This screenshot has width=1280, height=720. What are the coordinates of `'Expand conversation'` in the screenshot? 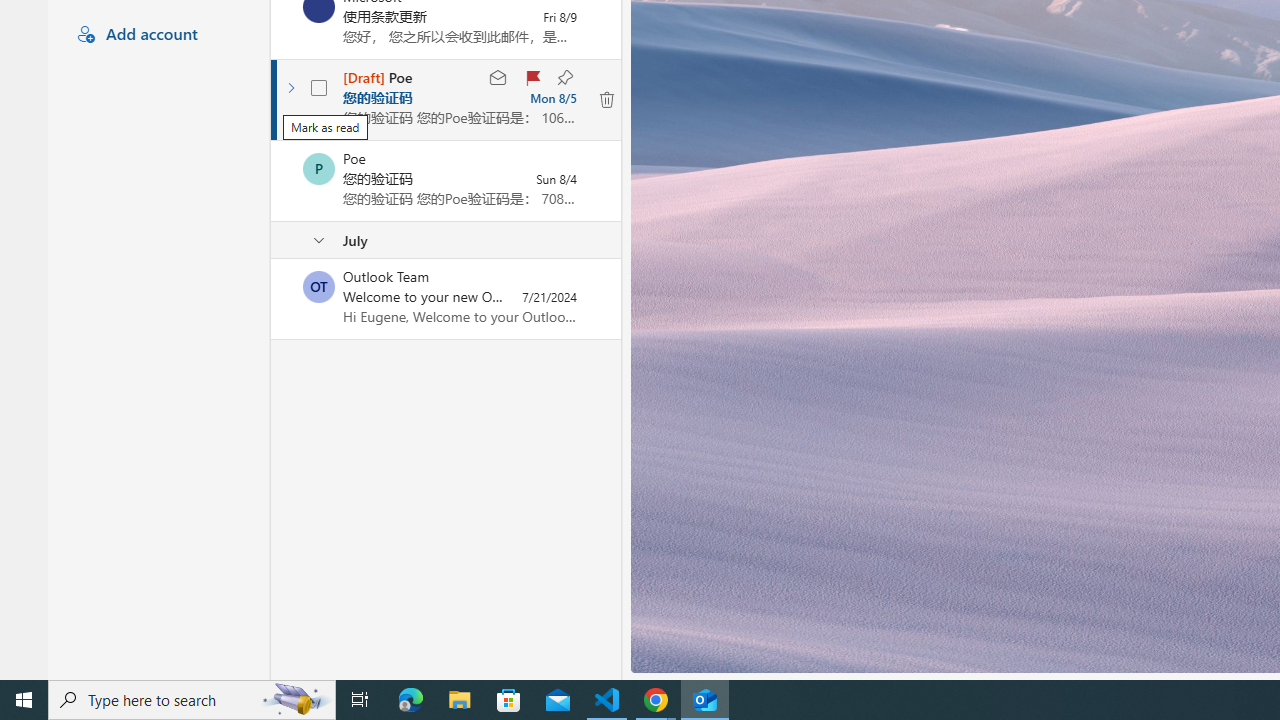 It's located at (290, 87).